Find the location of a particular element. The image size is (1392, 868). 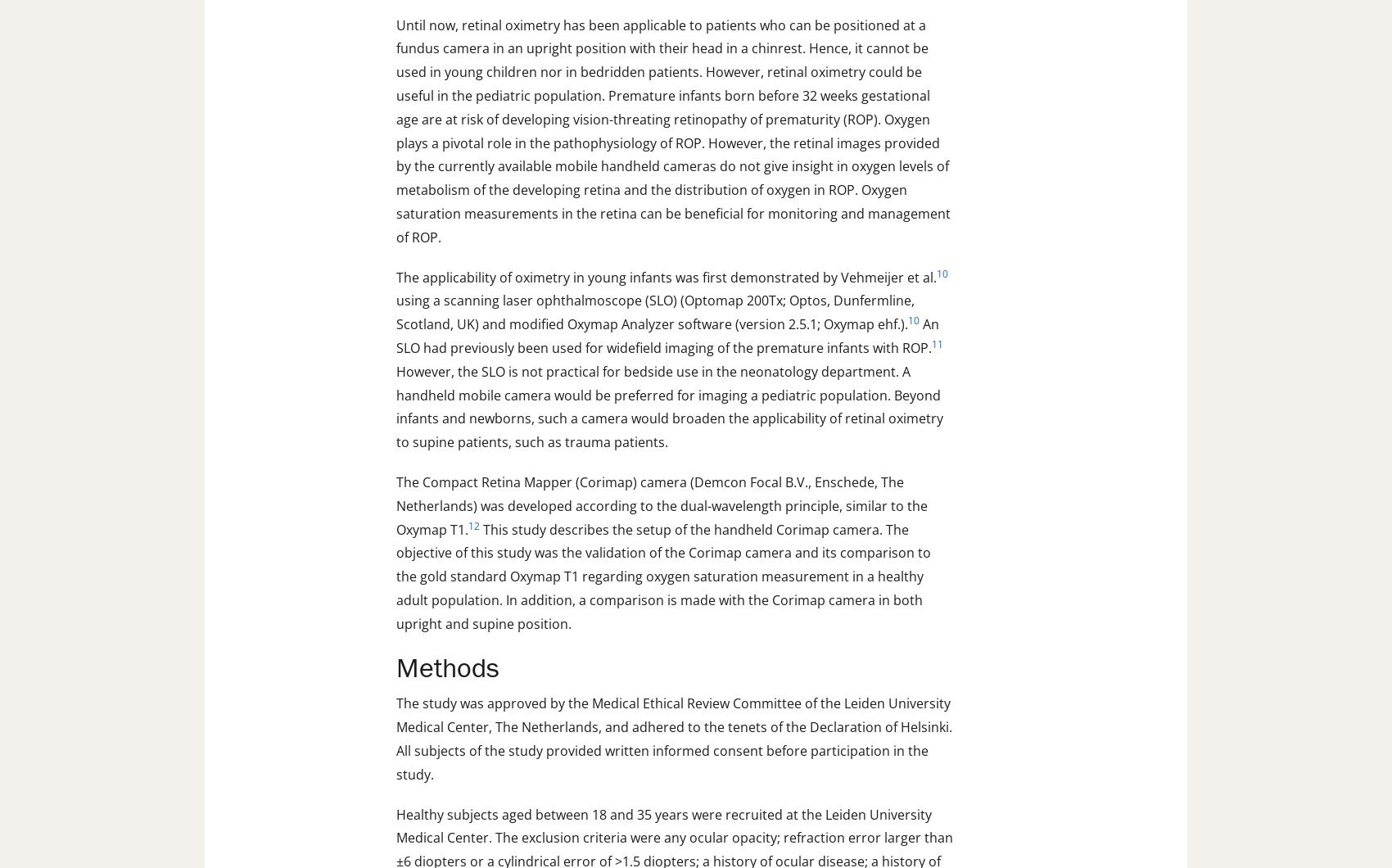

'However, the SLO is not practical for bedside use in the neonatology department. A handheld mobile camera would be preferred for imaging a pediatric population. Beyond infants and newborns, such a camera would broaden the applicability of retinal oximetry to supine patients, such as trauma patients.' is located at coordinates (669, 405).